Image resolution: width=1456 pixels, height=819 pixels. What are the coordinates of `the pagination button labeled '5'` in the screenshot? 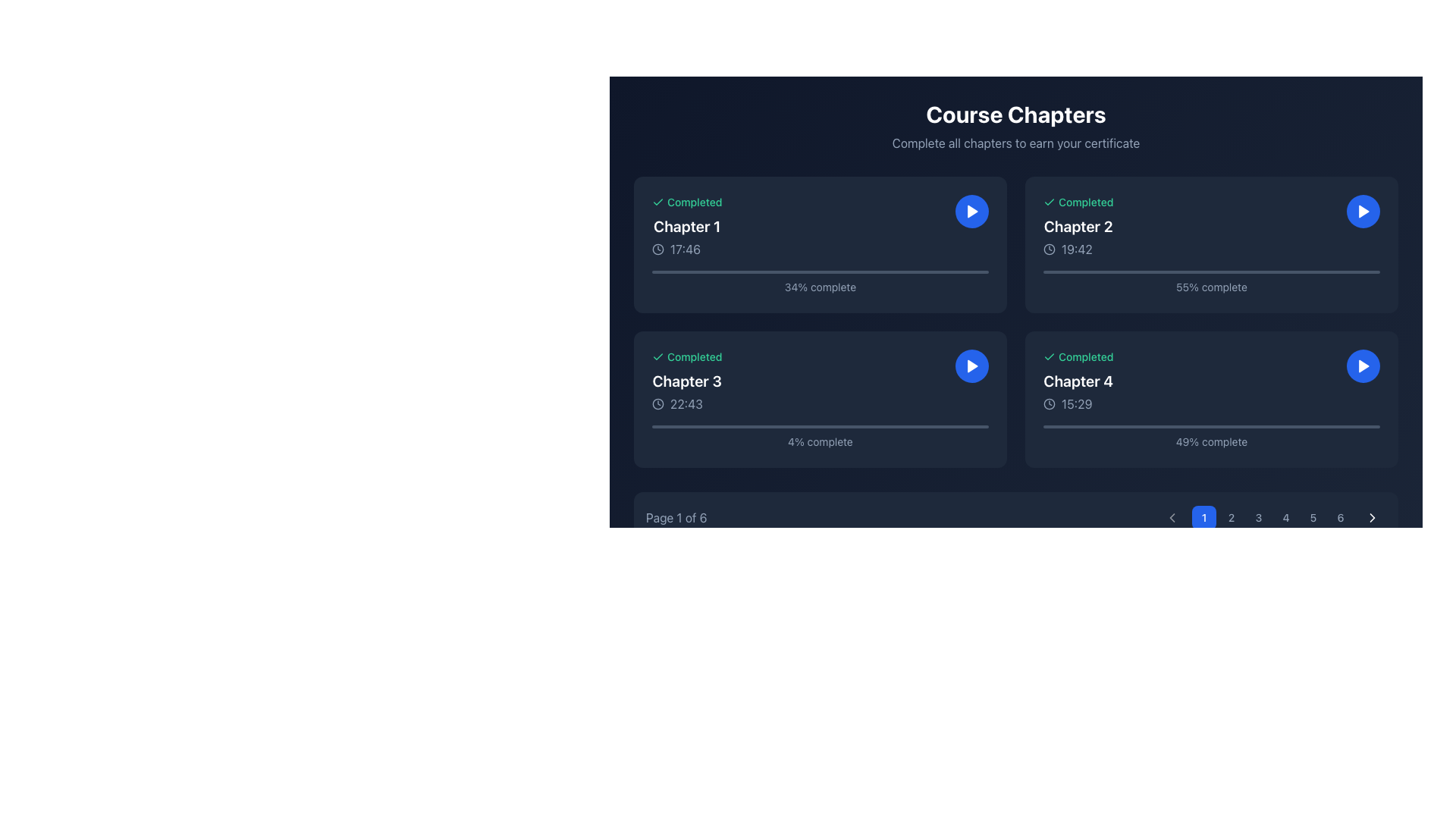 It's located at (1313, 516).